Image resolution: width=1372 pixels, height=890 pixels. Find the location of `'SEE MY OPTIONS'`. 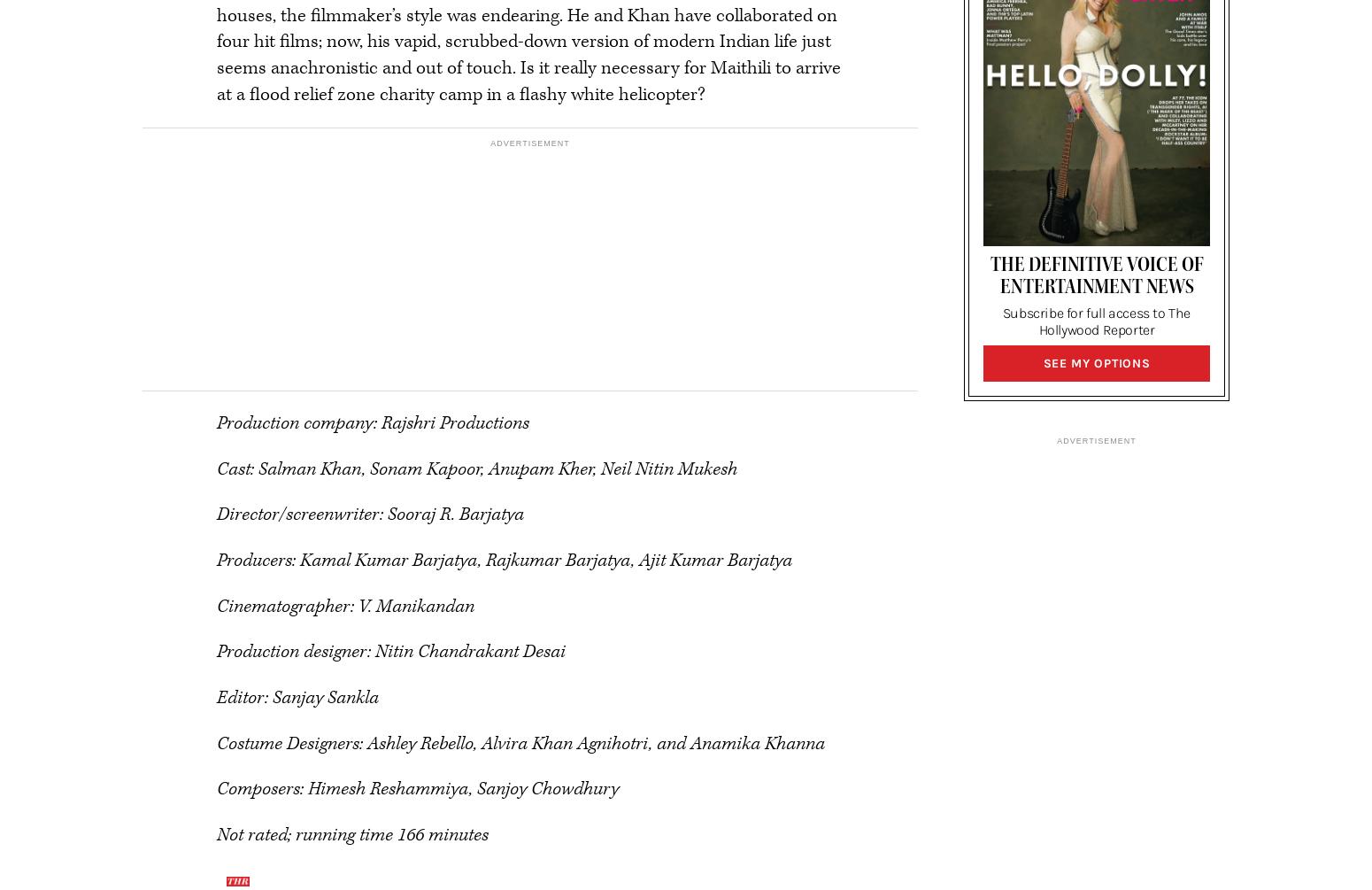

'SEE MY OPTIONS' is located at coordinates (1096, 363).